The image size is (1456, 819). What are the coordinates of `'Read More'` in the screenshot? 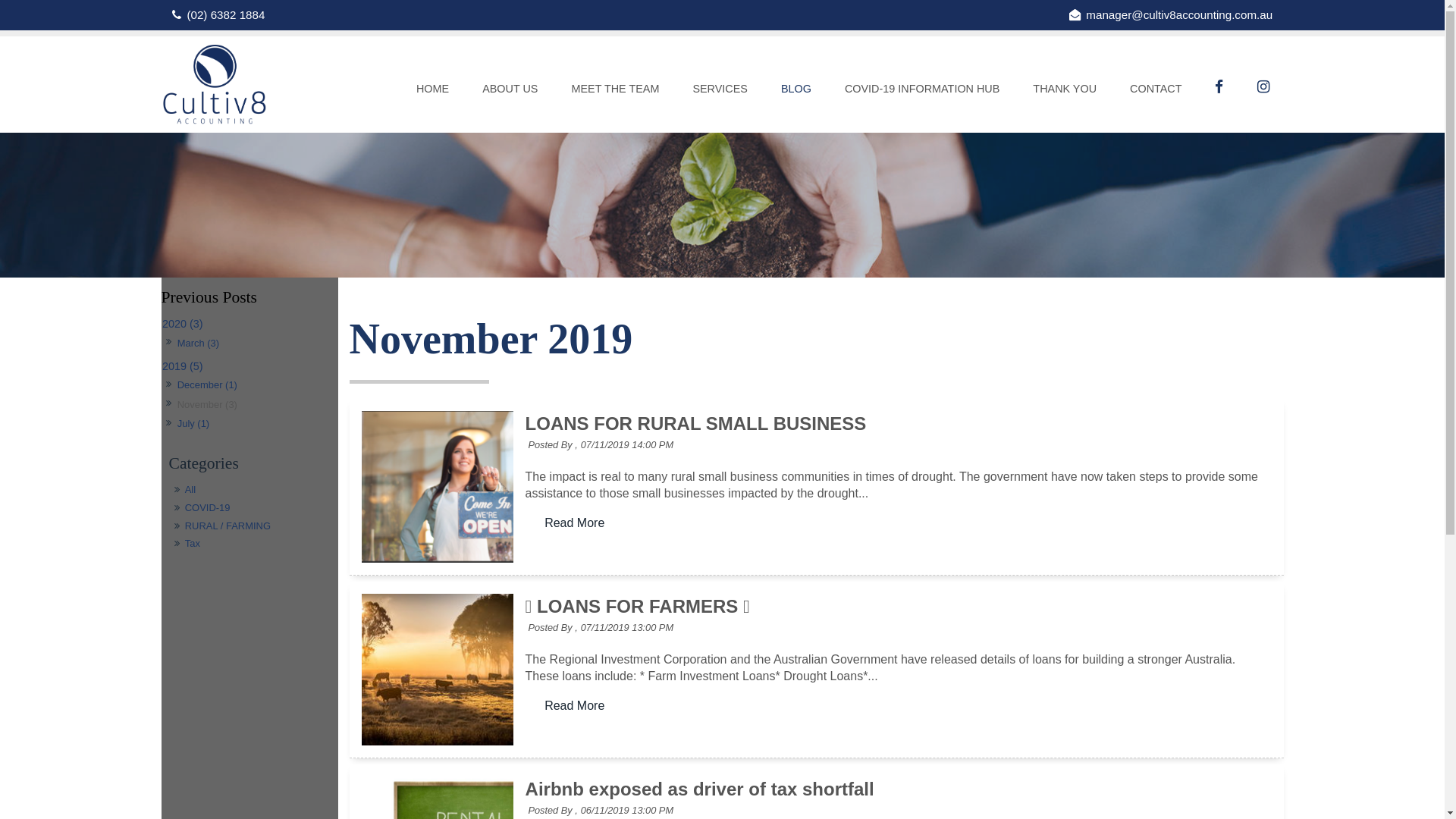 It's located at (573, 705).